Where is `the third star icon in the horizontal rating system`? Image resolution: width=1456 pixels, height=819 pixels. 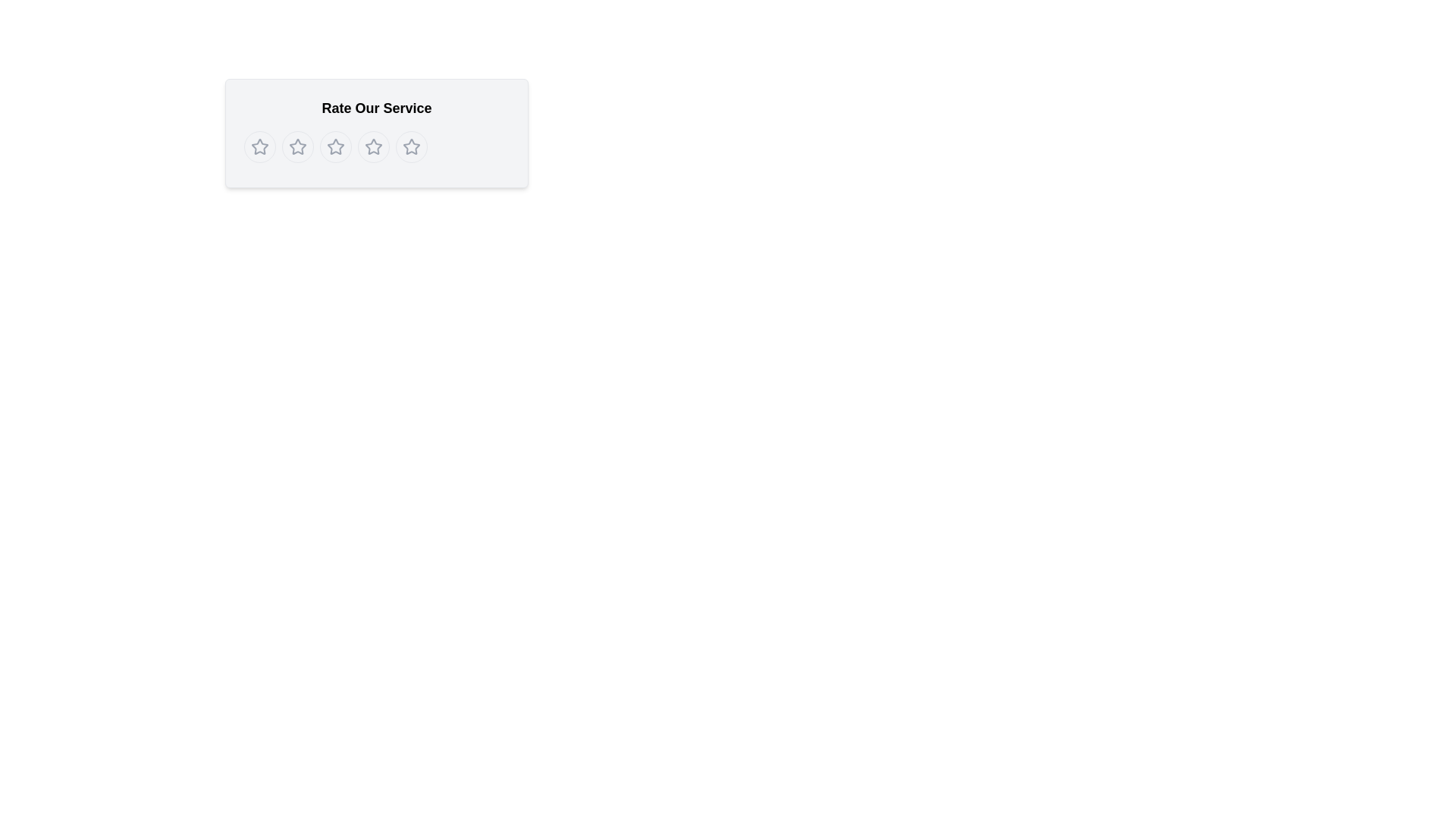 the third star icon in the horizontal rating system is located at coordinates (334, 146).